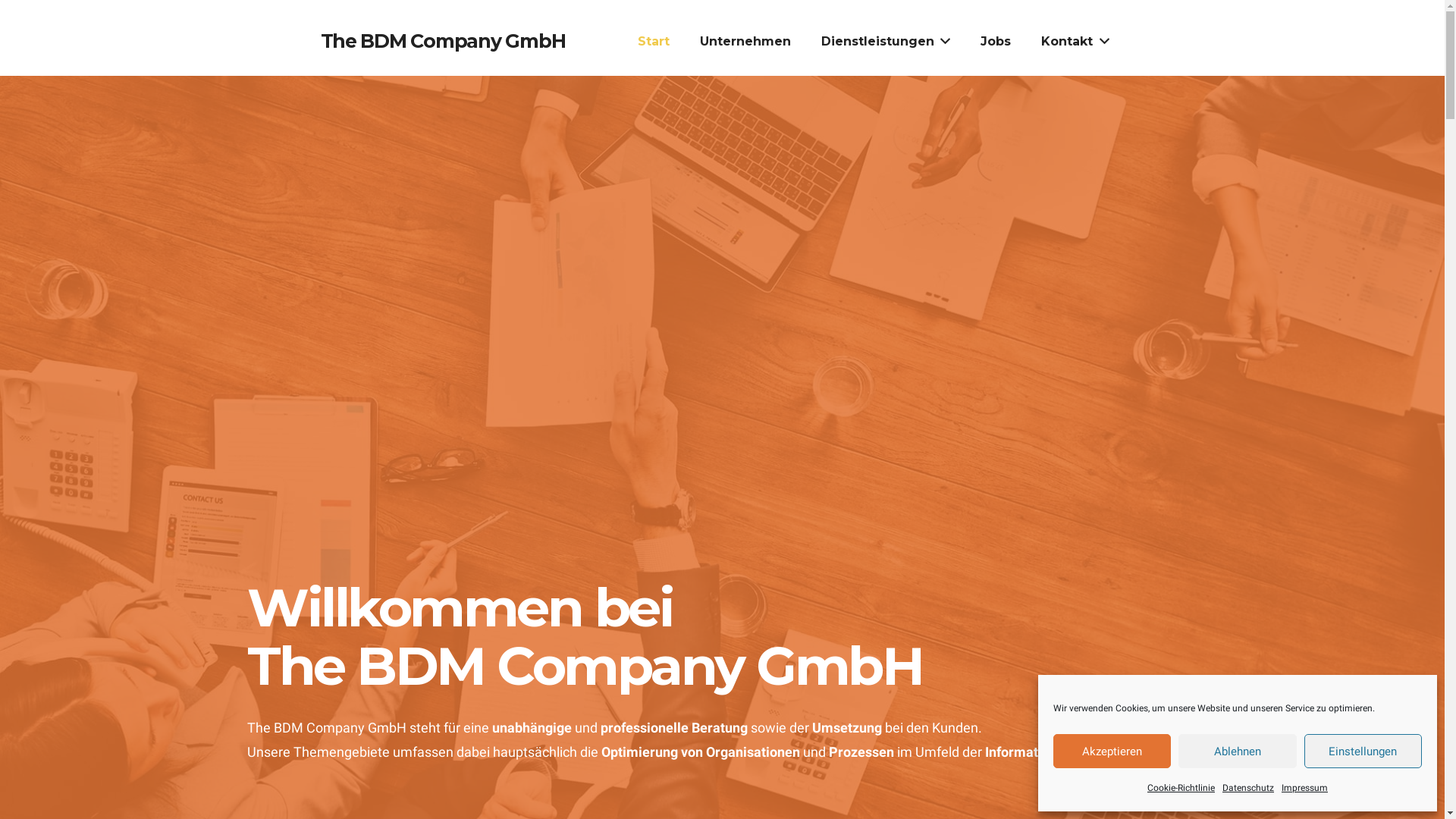  What do you see at coordinates (441, 40) in the screenshot?
I see `'The BDM Company GmbH'` at bounding box center [441, 40].